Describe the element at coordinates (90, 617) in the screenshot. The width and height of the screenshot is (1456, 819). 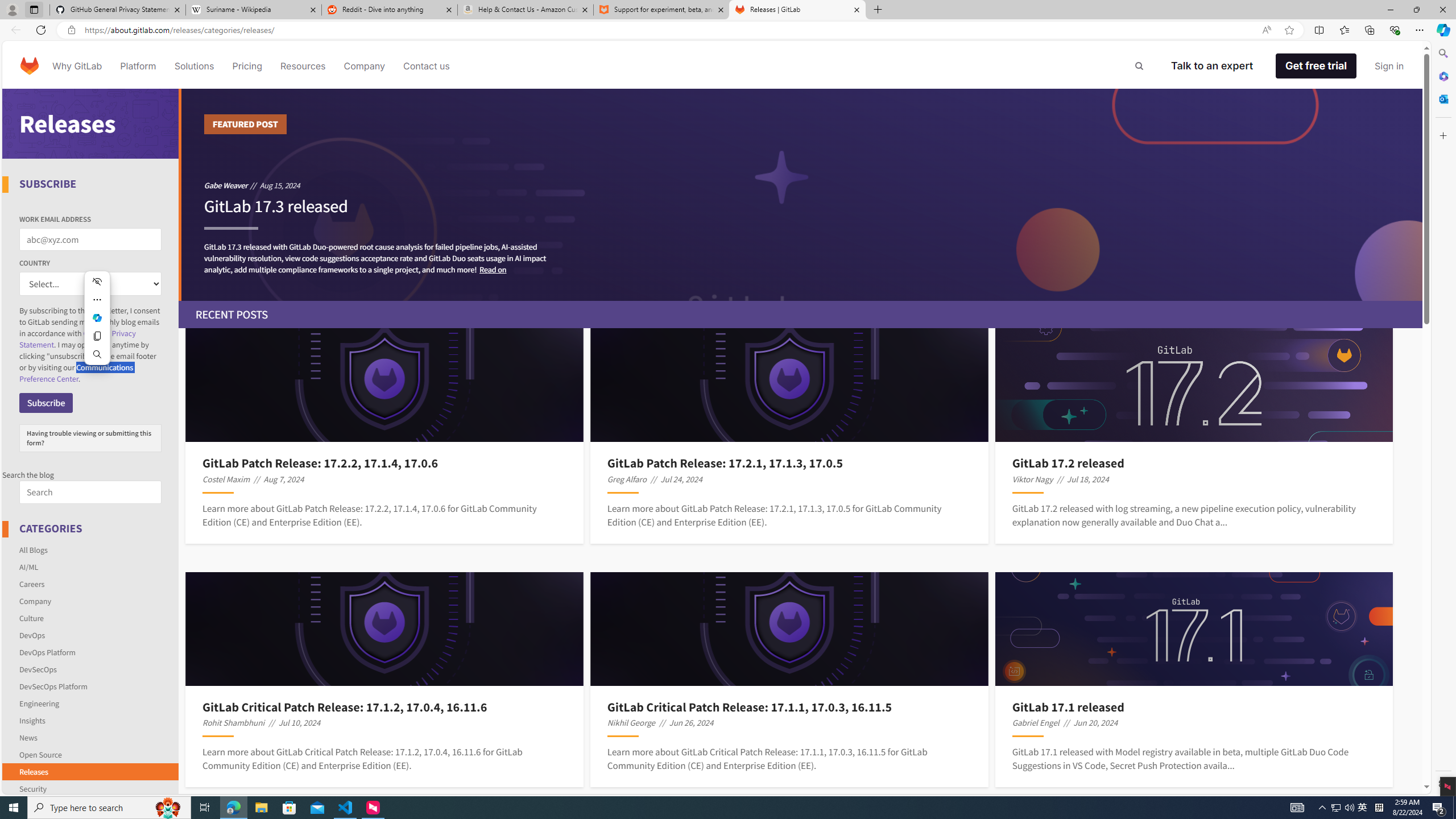
I see `'Culture'` at that location.